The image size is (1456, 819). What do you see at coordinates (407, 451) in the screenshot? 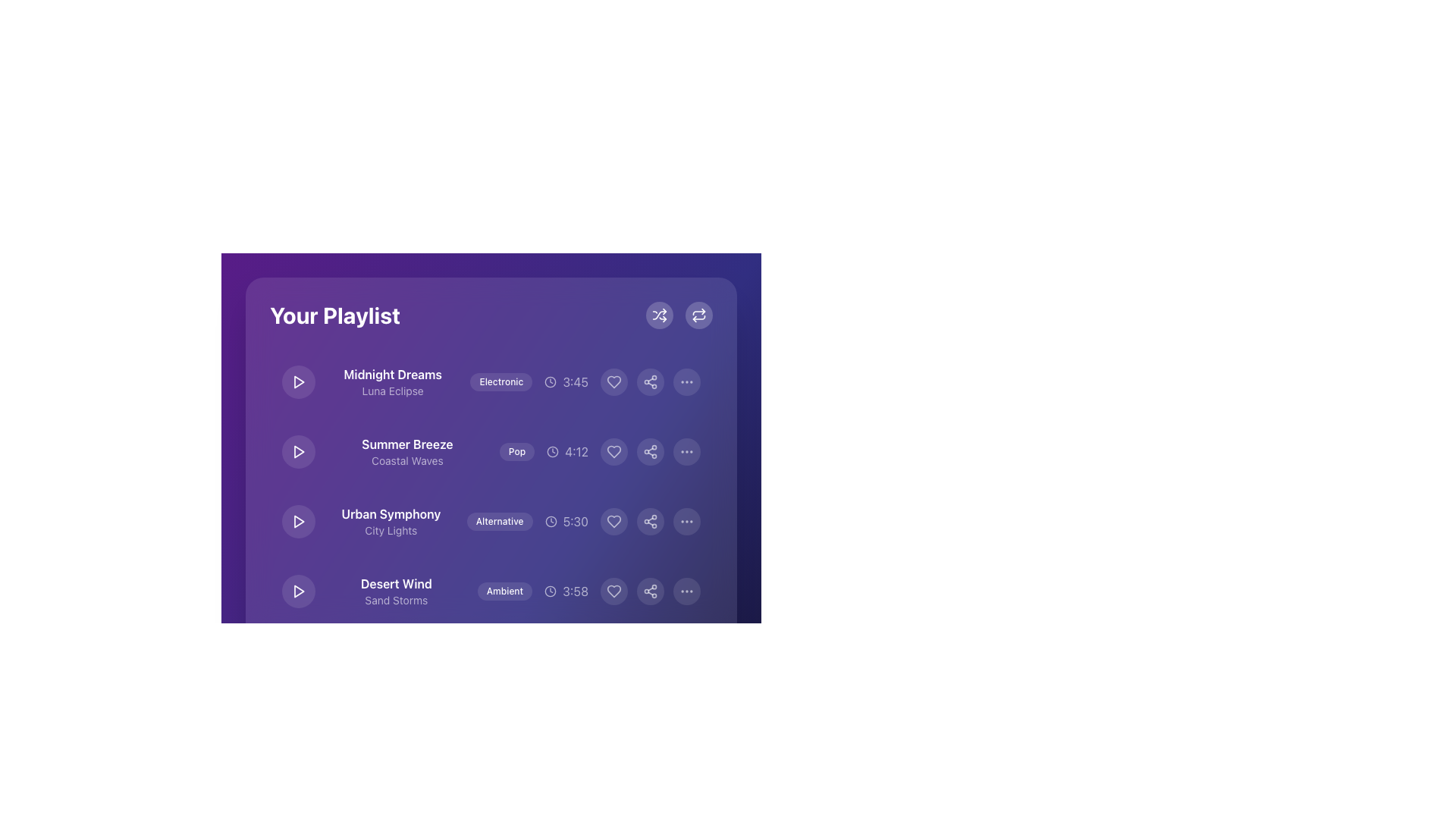
I see `text from the title and subtitle label of the song in the playlist, which is the second item in a vertical list, located between 'Midnight Dreams' and 'Urban Symphony'` at bounding box center [407, 451].